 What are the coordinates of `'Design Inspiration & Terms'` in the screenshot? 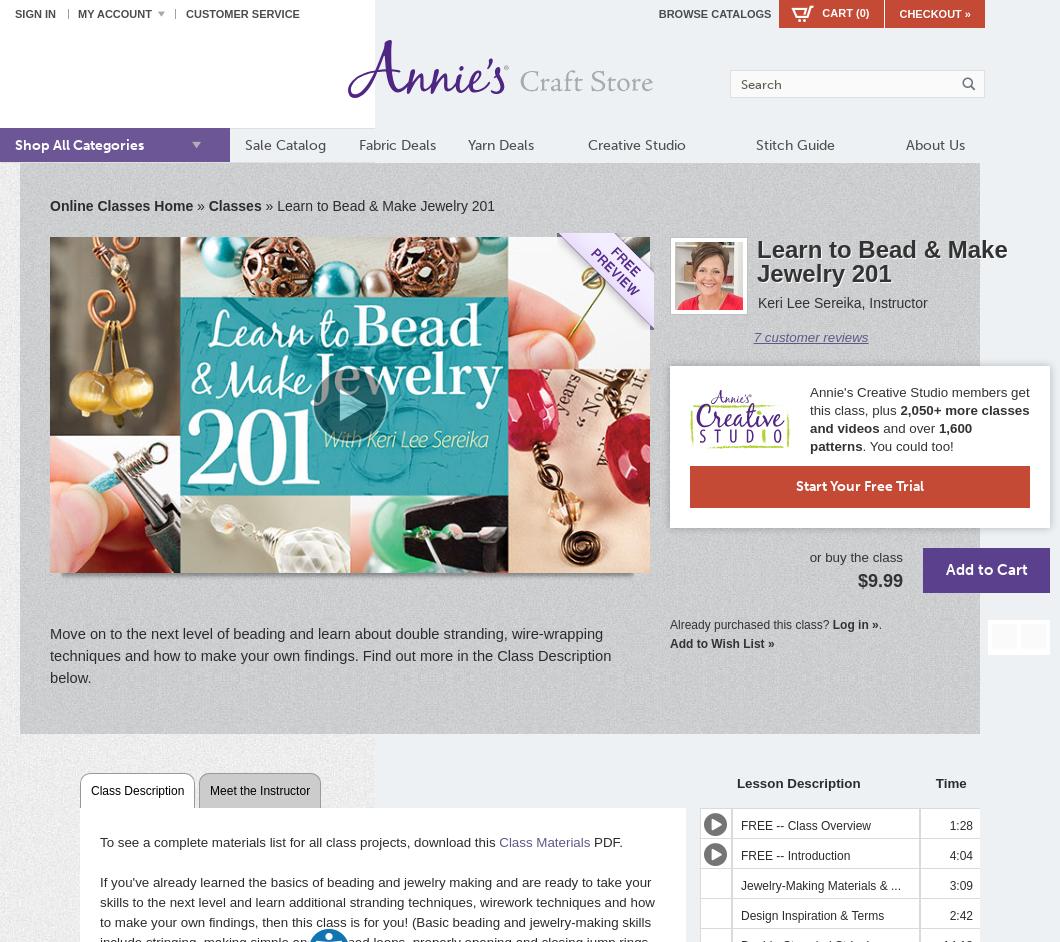 It's located at (811, 913).